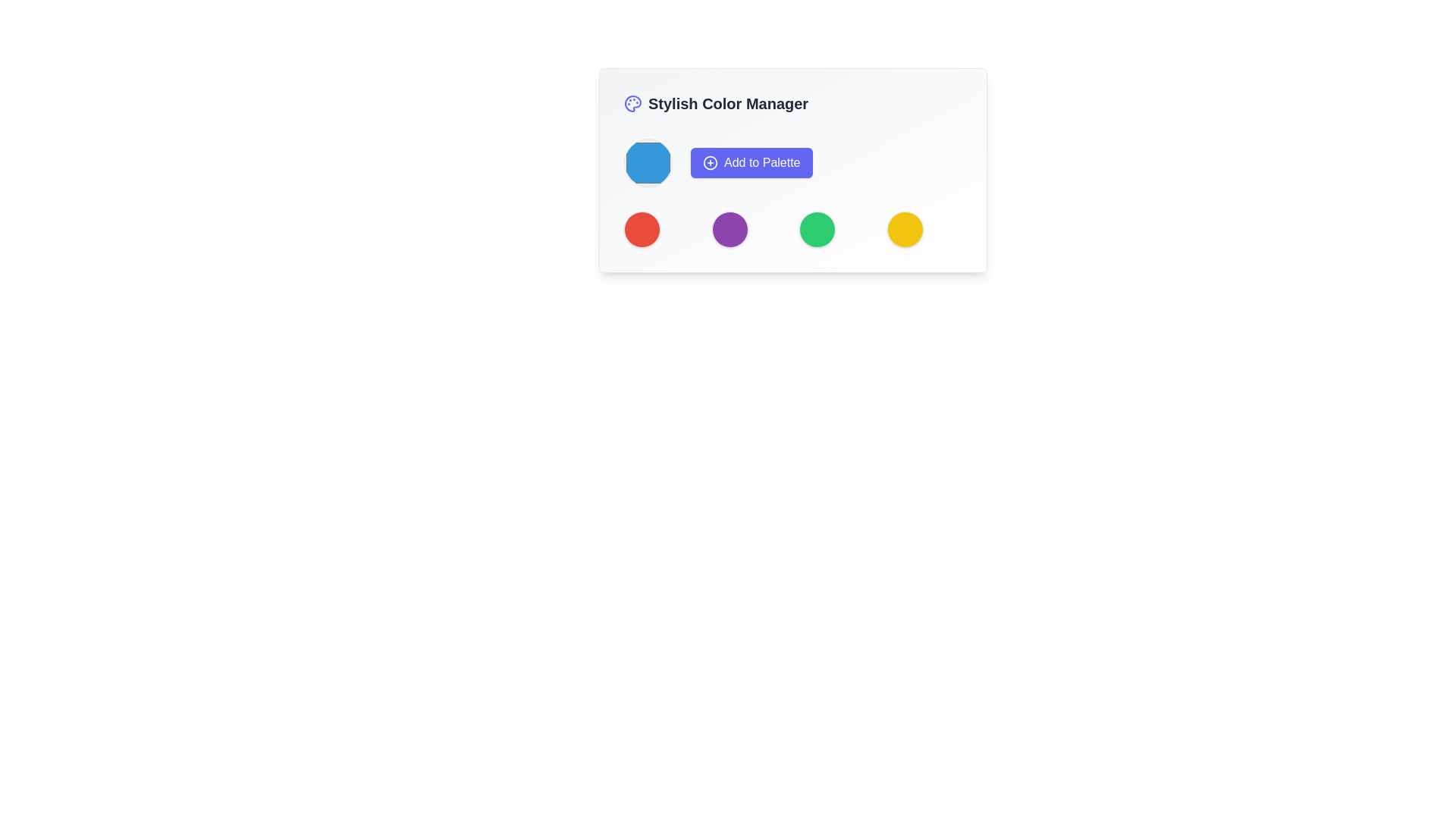  Describe the element at coordinates (709, 163) in the screenshot. I see `the circular '+' icon within the 'Add to Palette' button, which has a blue outline and background` at that location.